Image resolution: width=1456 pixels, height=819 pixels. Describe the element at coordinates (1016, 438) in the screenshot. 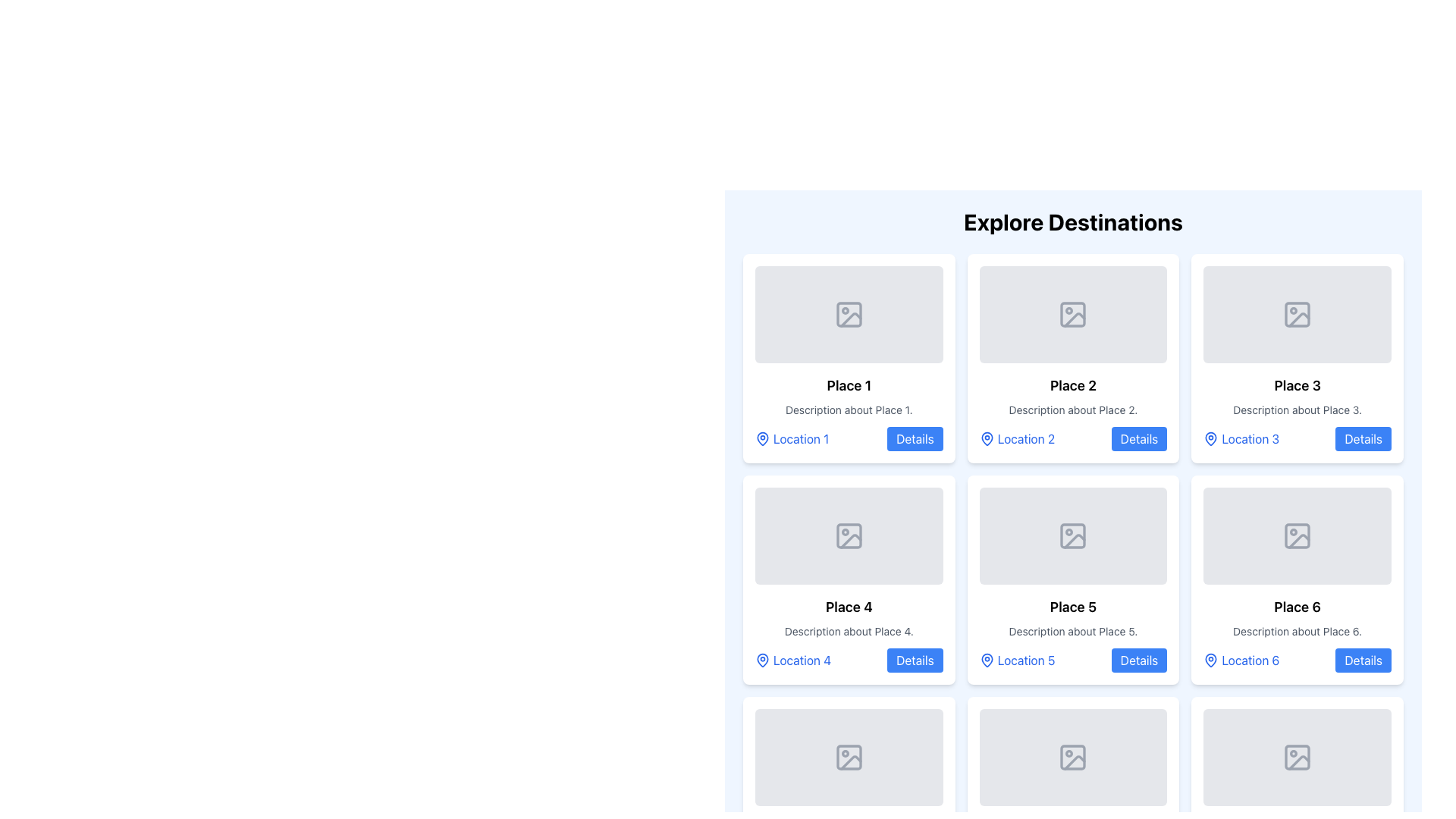

I see `the Interactive Text with Icon for 'Location 2'` at that location.